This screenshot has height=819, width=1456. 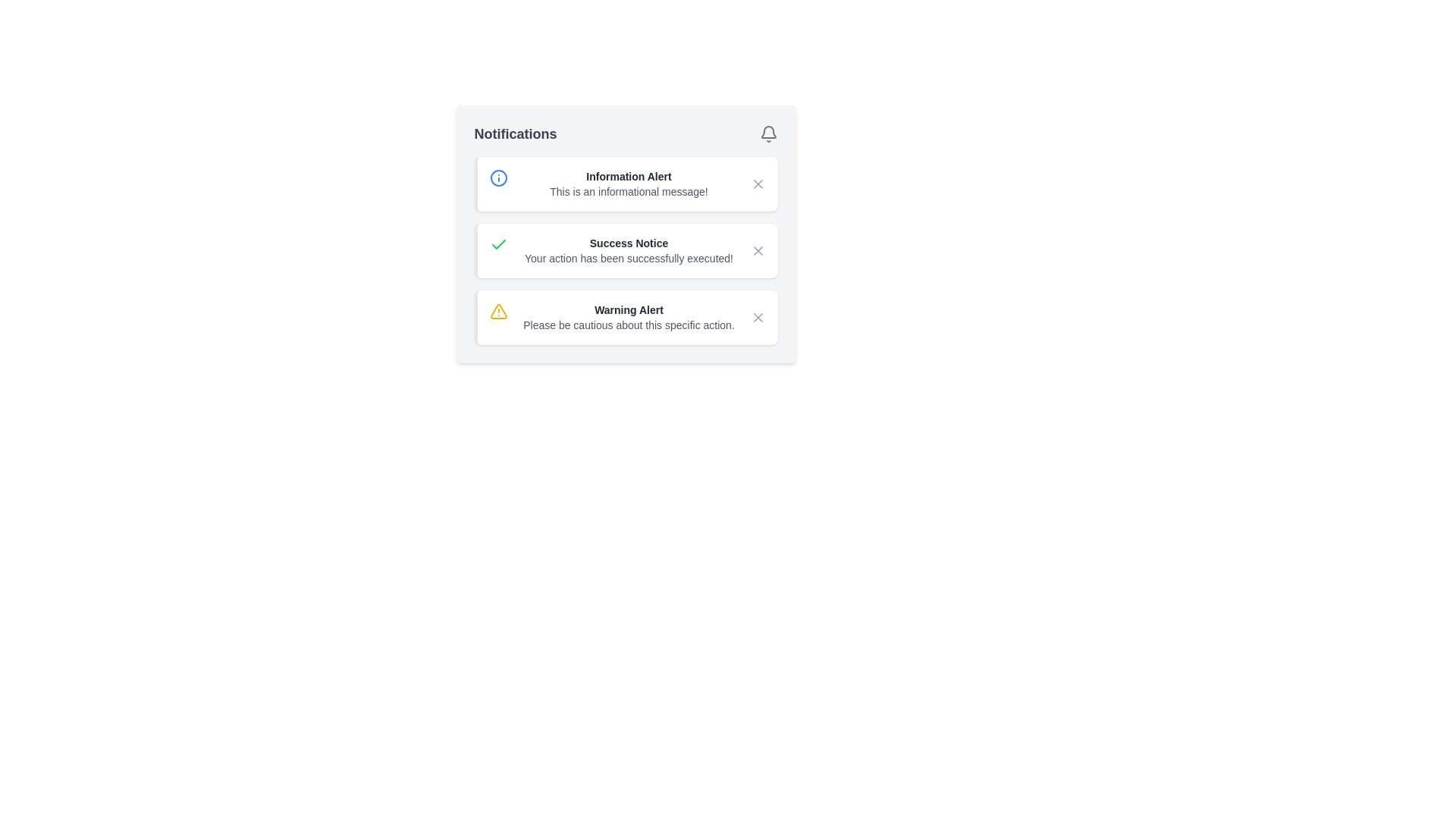 What do you see at coordinates (498, 184) in the screenshot?
I see `decorative icon located on the left side of the 'Information Alert' notification box, which visually highlights the type of message being conveyed` at bounding box center [498, 184].